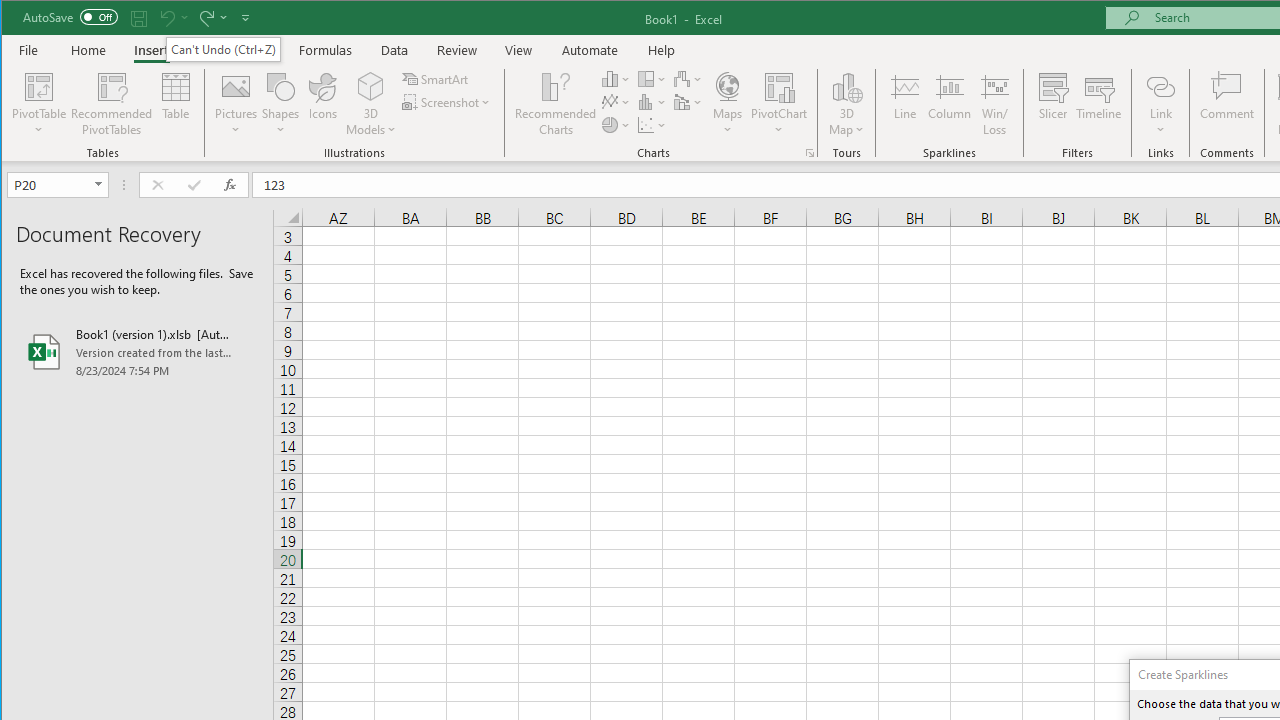 The height and width of the screenshot is (720, 1280). Describe the element at coordinates (176, 104) in the screenshot. I see `'Table'` at that location.